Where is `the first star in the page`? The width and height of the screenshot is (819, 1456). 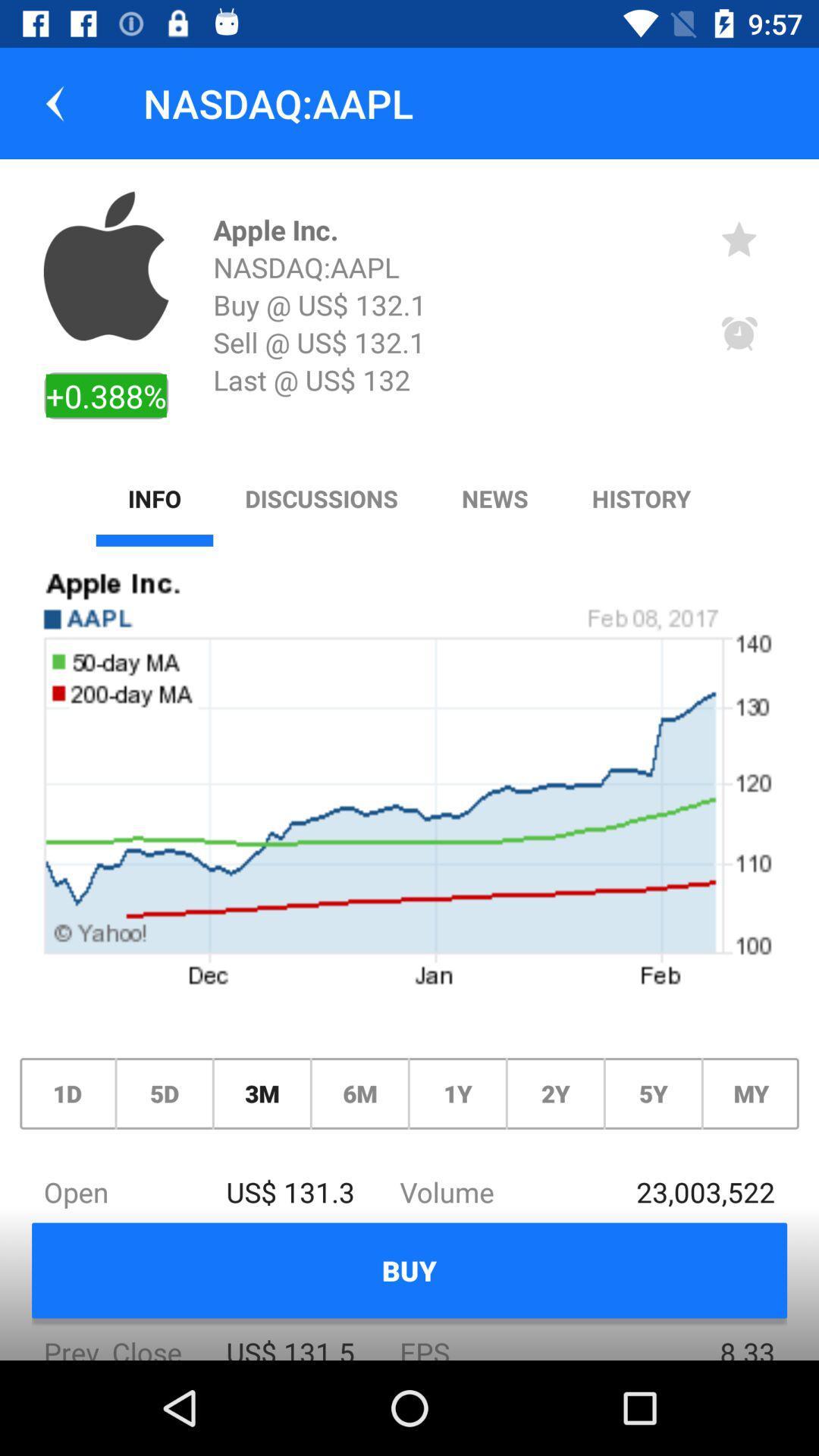
the first star in the page is located at coordinates (739, 238).